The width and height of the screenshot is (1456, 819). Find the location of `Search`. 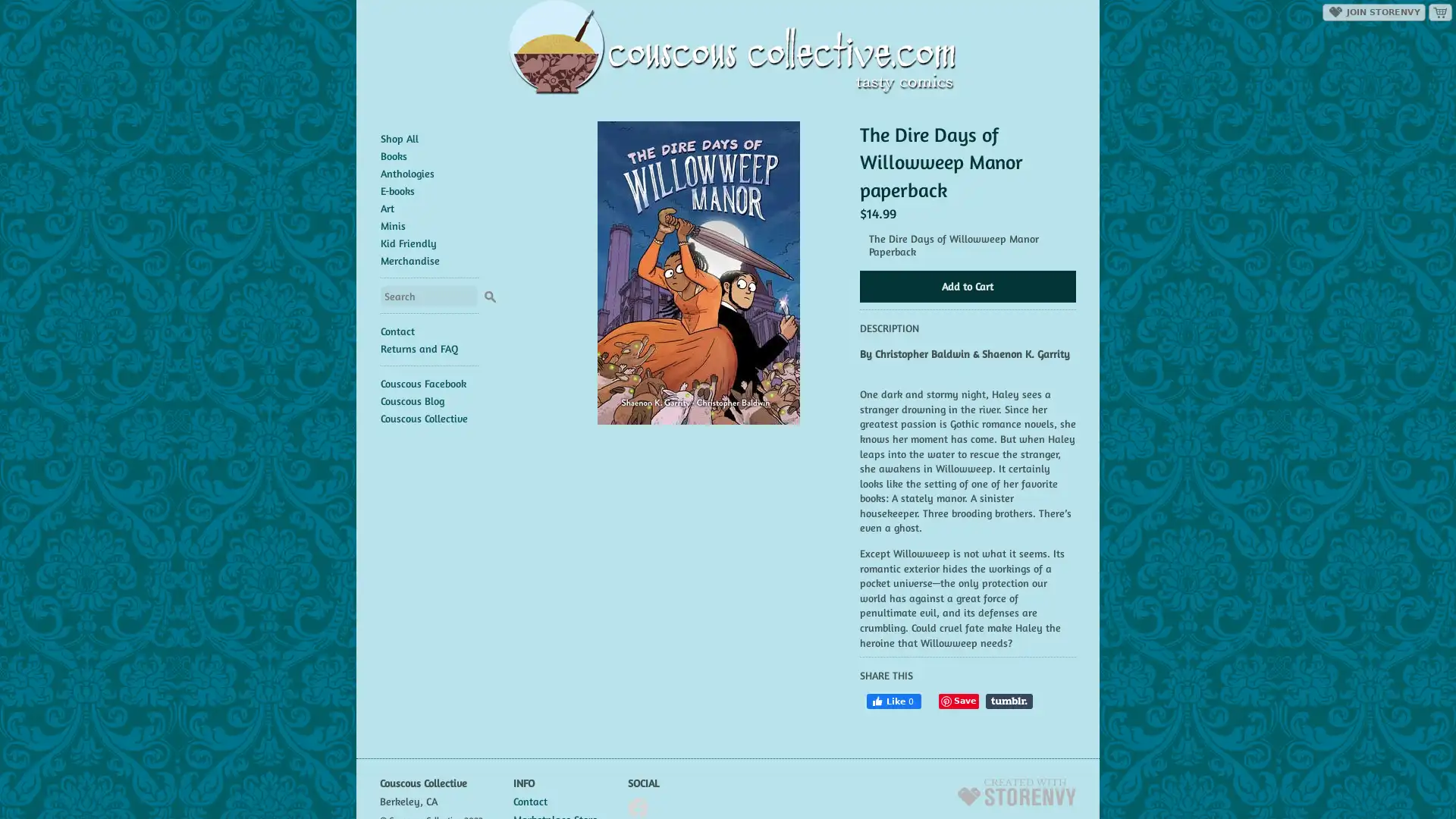

Search is located at coordinates (489, 294).